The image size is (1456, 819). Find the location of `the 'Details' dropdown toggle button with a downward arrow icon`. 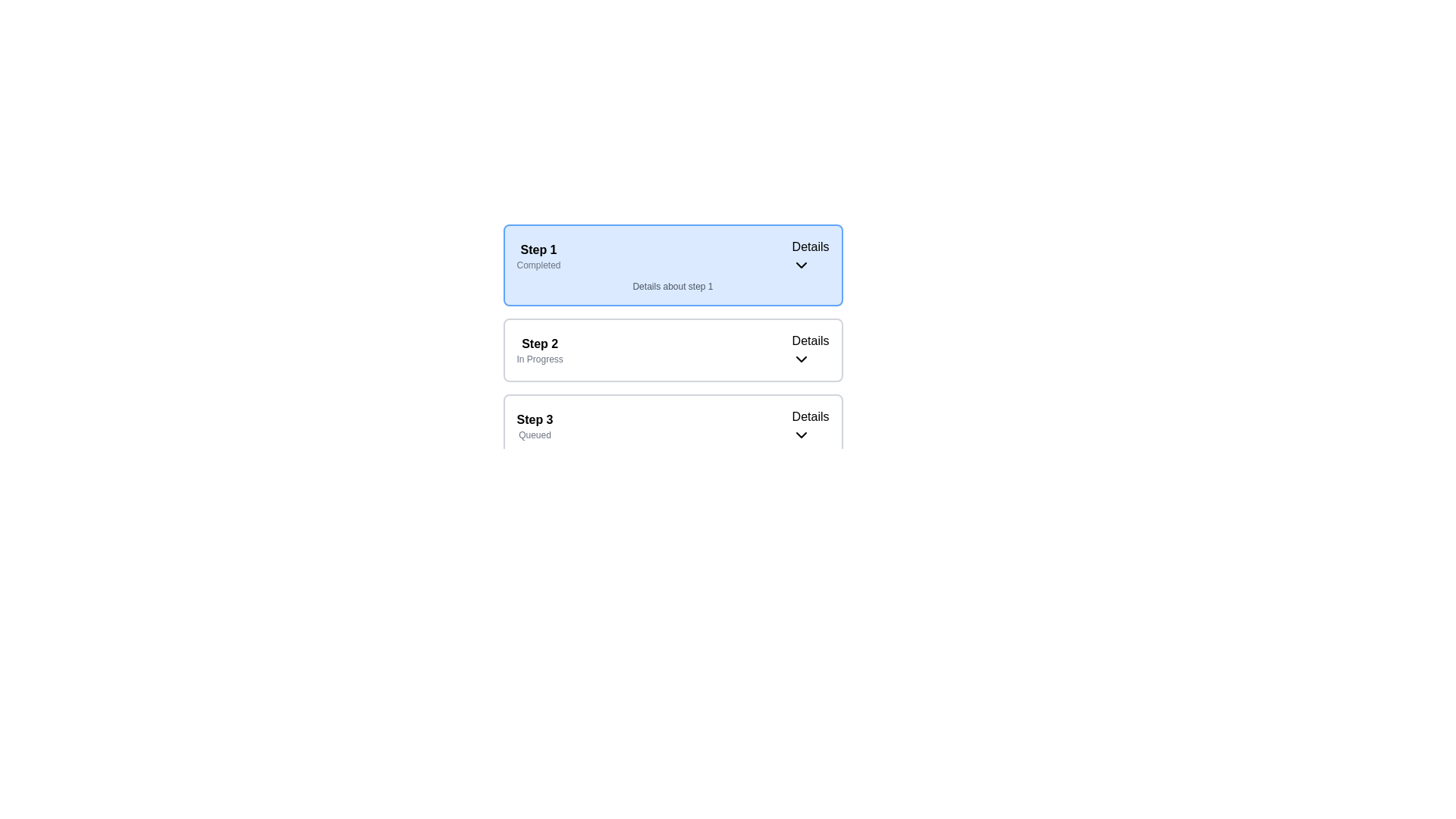

the 'Details' dropdown toggle button with a downward arrow icon is located at coordinates (810, 426).